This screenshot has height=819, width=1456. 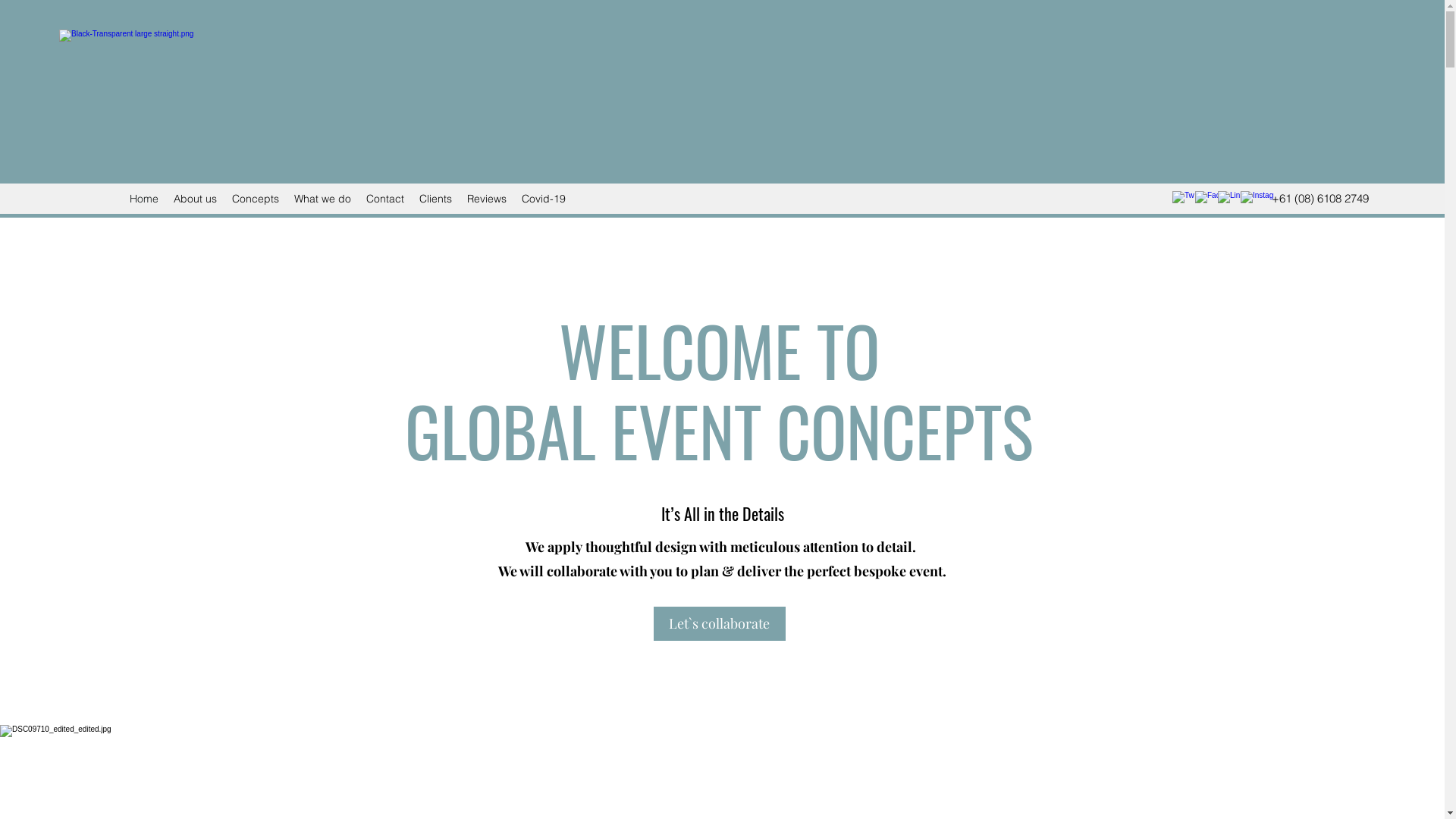 What do you see at coordinates (487, 198) in the screenshot?
I see `'Reviews'` at bounding box center [487, 198].